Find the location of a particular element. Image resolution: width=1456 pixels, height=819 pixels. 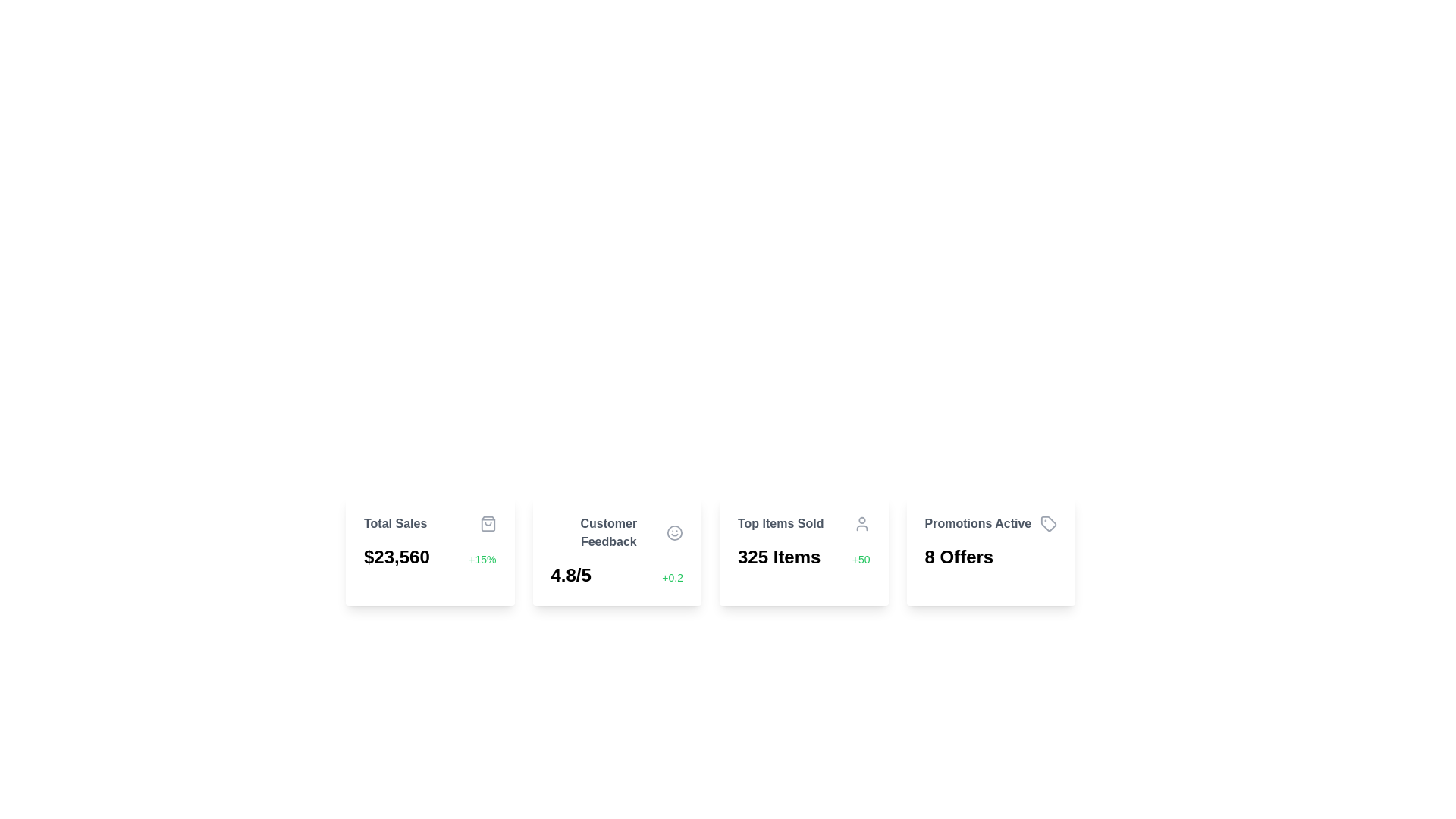

the tag or label icon located in the 'Promotions Active' section, which is displayed in a gray outlined style and positioned to the left of the active promotions count is located at coordinates (1047, 522).